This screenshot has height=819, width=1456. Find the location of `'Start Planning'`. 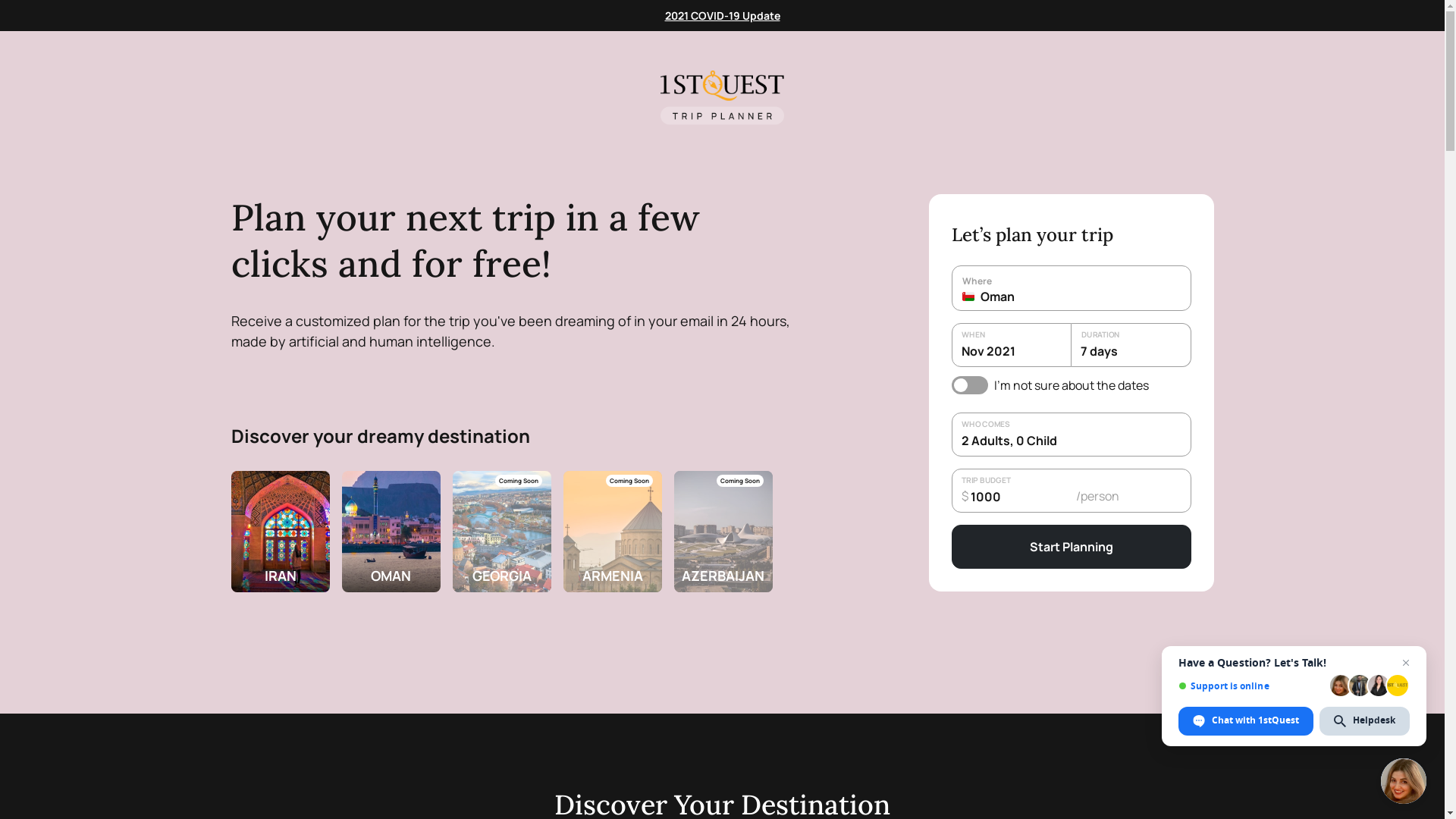

'Start Planning' is located at coordinates (1069, 547).